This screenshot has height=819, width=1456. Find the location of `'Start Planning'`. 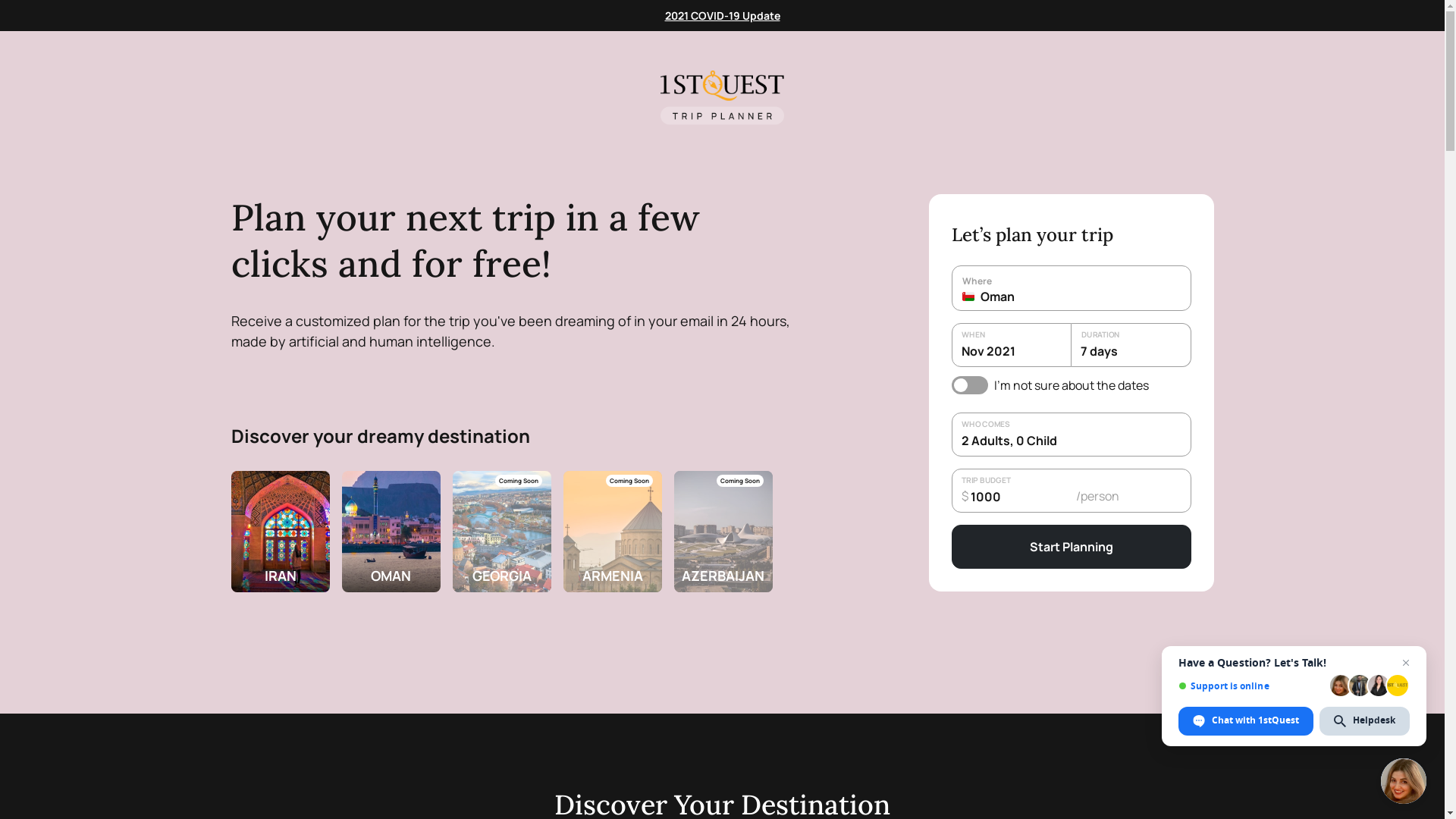

'Start Planning' is located at coordinates (1069, 547).